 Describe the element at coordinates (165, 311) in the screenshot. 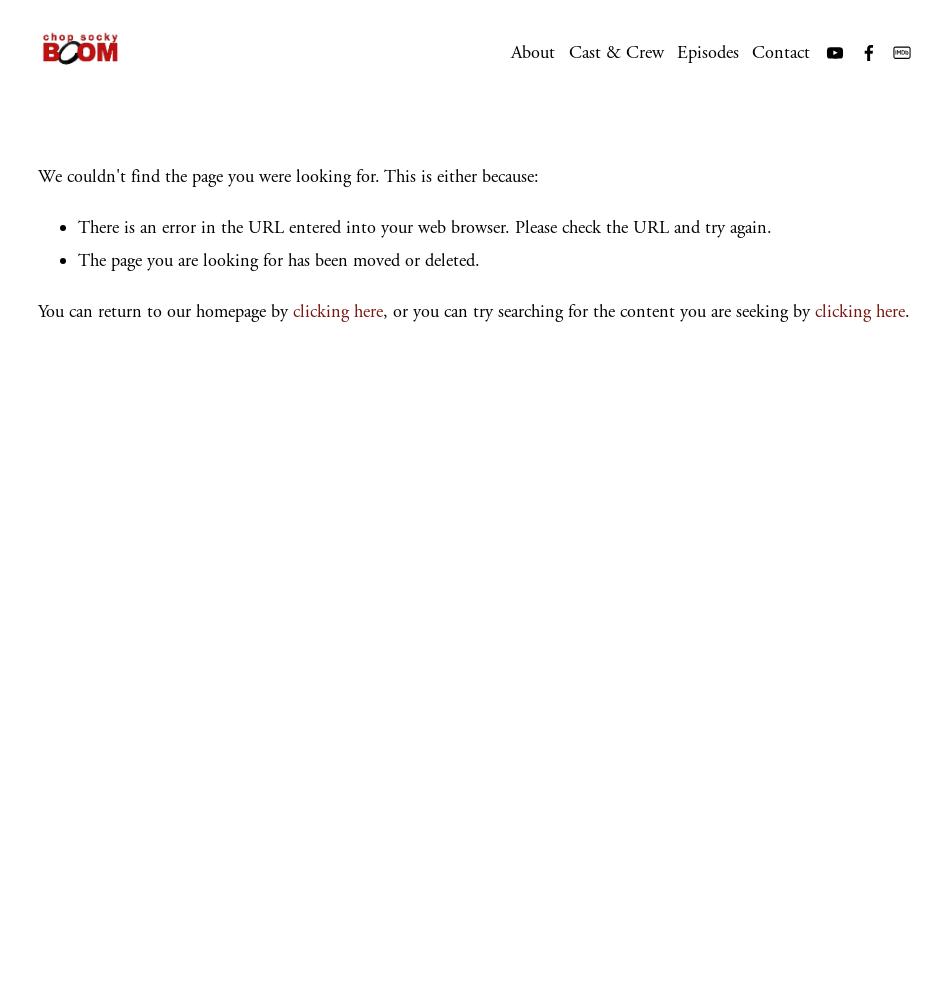

I see `'You can return to our homepage by'` at that location.